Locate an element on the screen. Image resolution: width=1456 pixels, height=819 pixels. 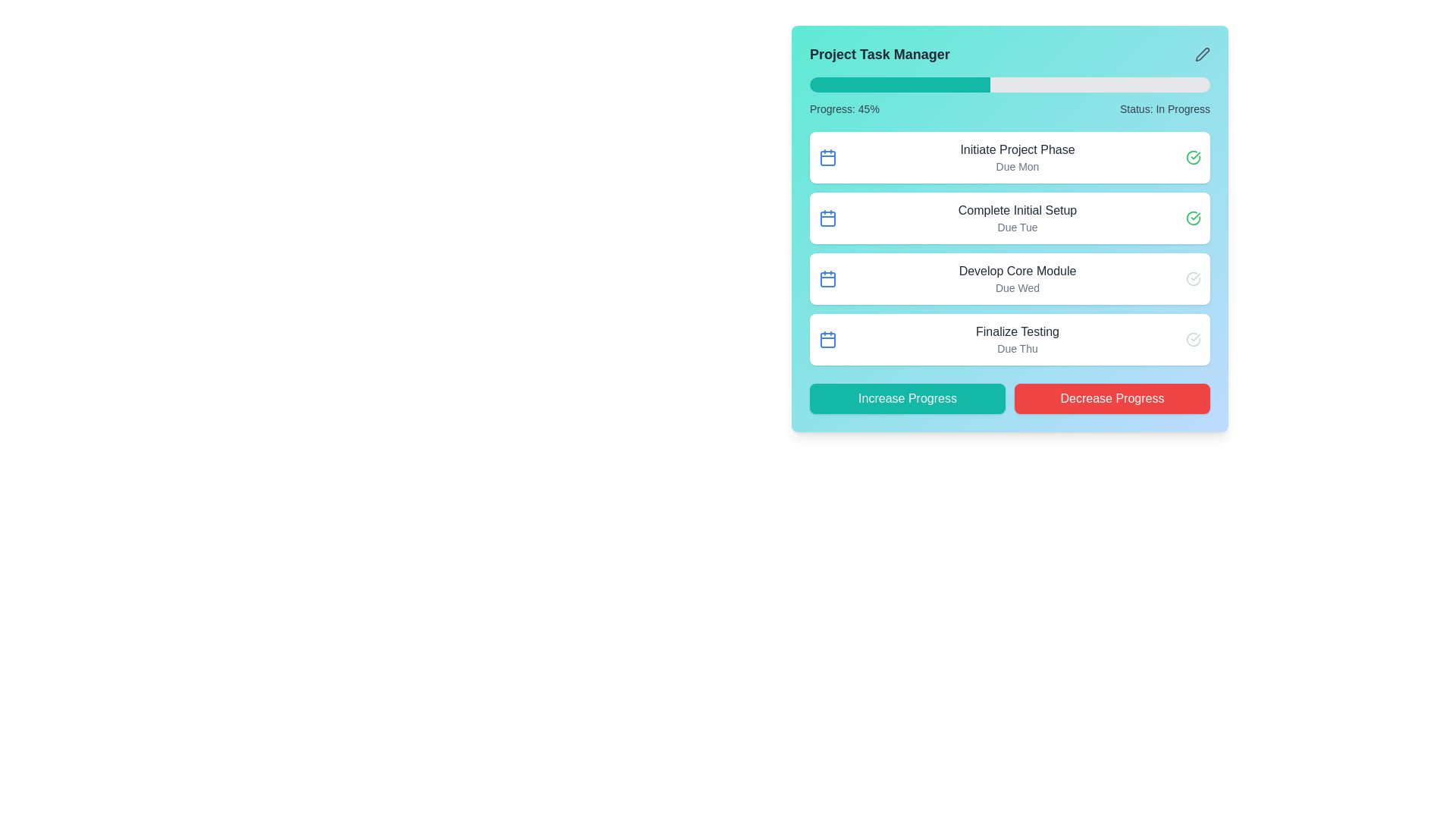
the text label that displays 'Due Wed', which is styled in a smaller gray font and positioned below 'Develop Core Module' is located at coordinates (1018, 288).